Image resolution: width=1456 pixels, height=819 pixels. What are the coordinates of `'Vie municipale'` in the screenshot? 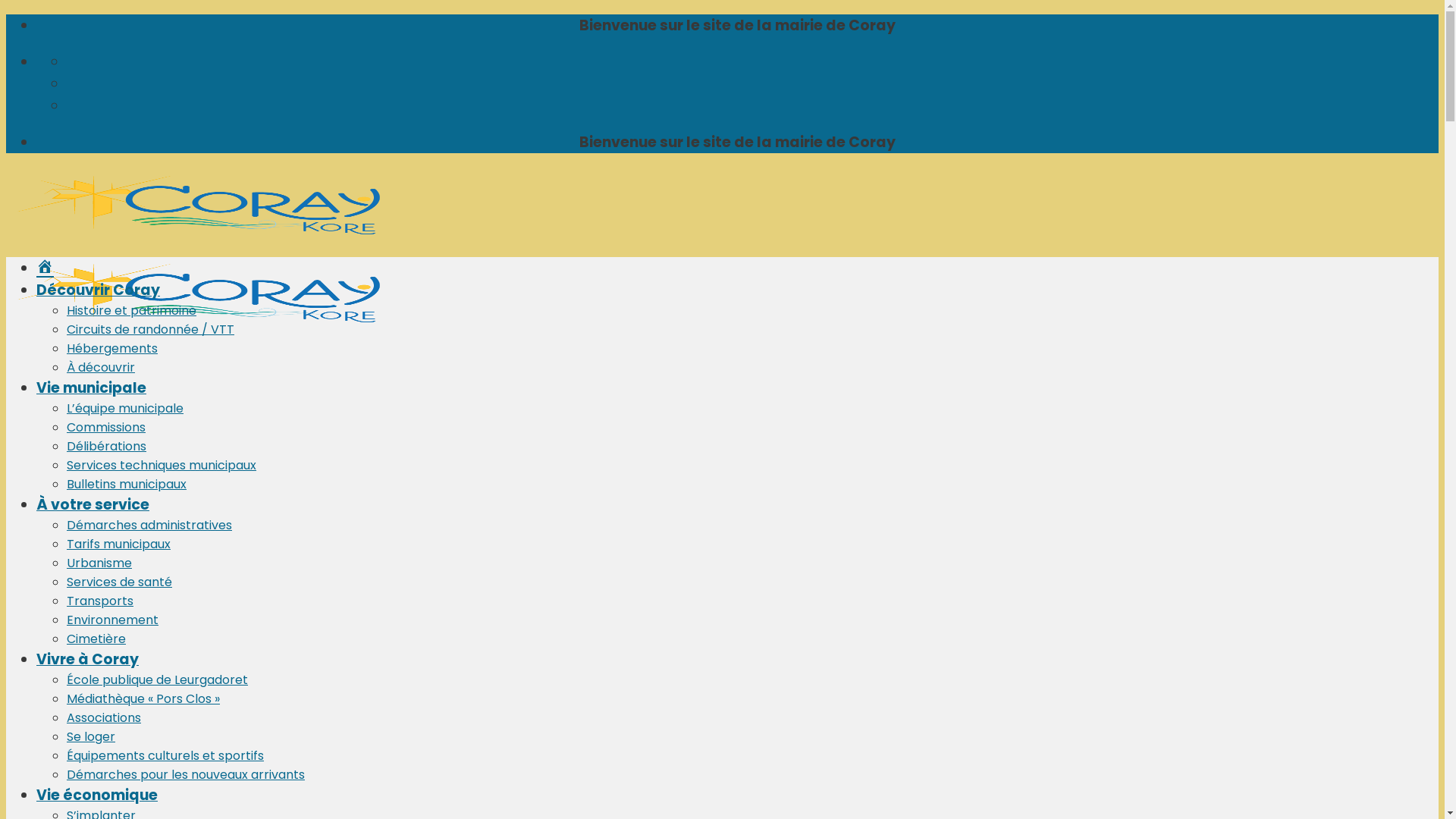 It's located at (90, 387).